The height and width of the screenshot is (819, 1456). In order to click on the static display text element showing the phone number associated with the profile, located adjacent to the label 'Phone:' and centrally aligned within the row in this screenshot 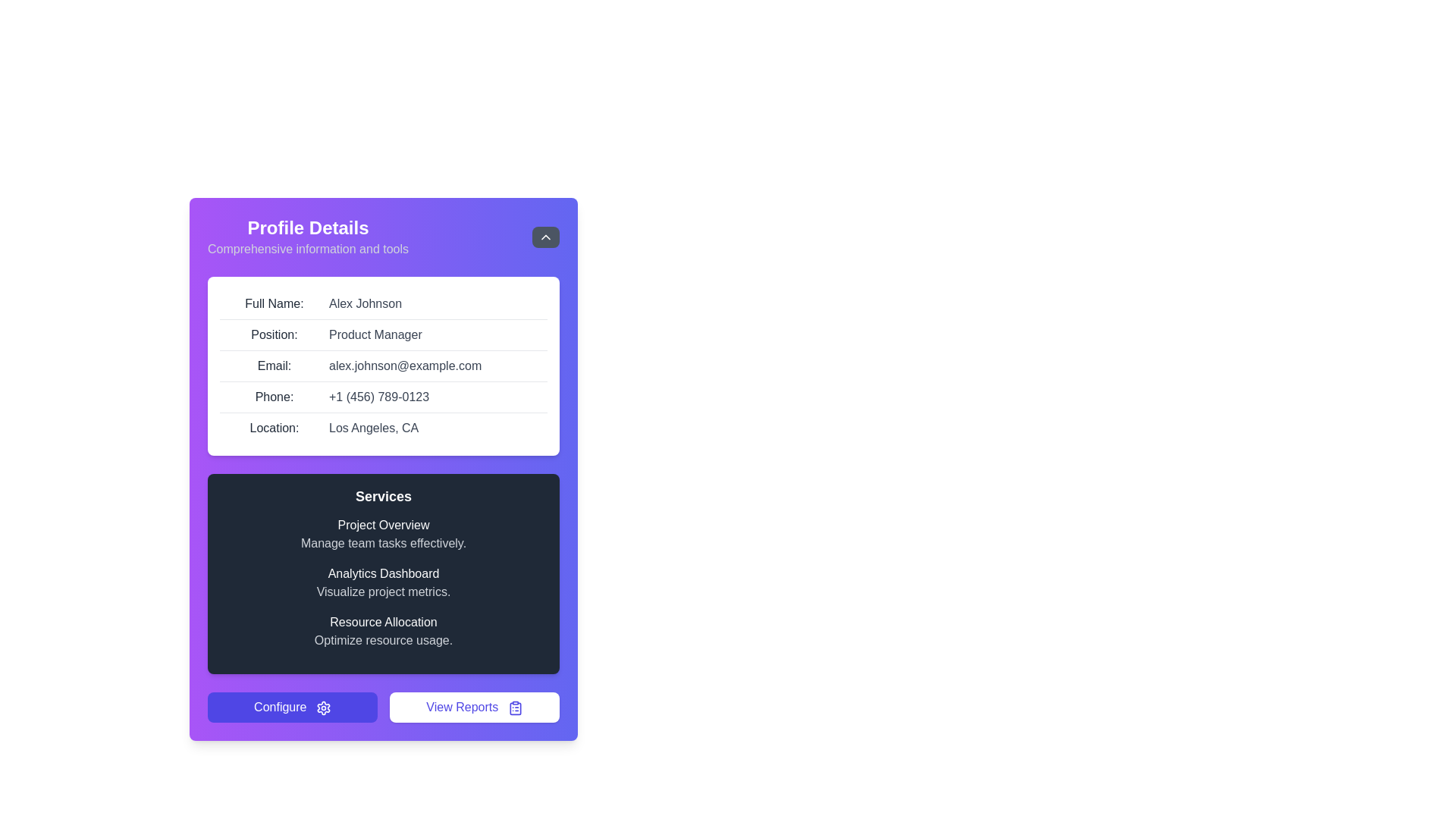, I will do `click(378, 397)`.